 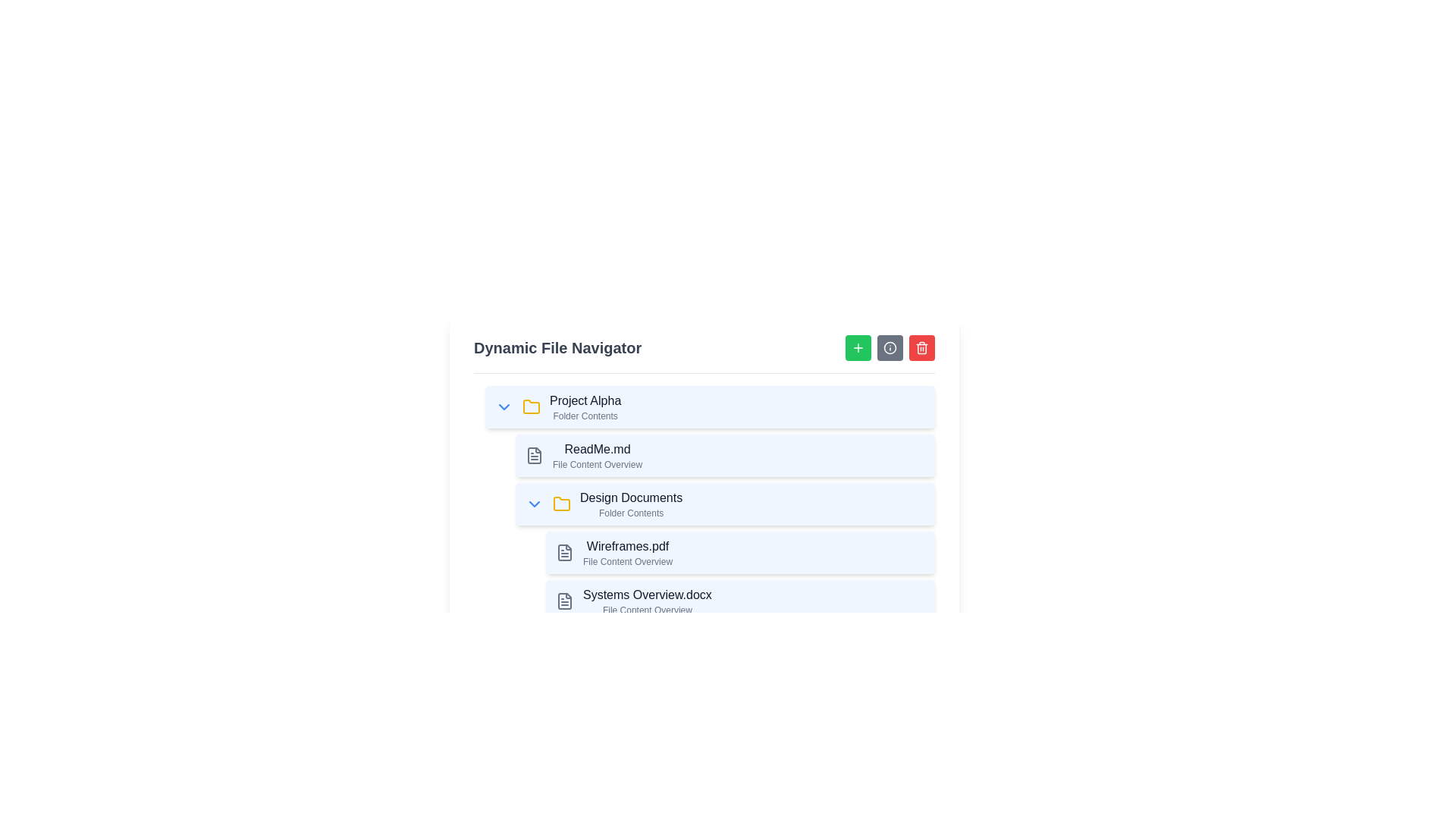 What do you see at coordinates (724, 455) in the screenshot?
I see `on the 'ReadMe.md' file item element, which is a rectangular card located below the 'Project Alpha' folder in the file navigator` at bounding box center [724, 455].